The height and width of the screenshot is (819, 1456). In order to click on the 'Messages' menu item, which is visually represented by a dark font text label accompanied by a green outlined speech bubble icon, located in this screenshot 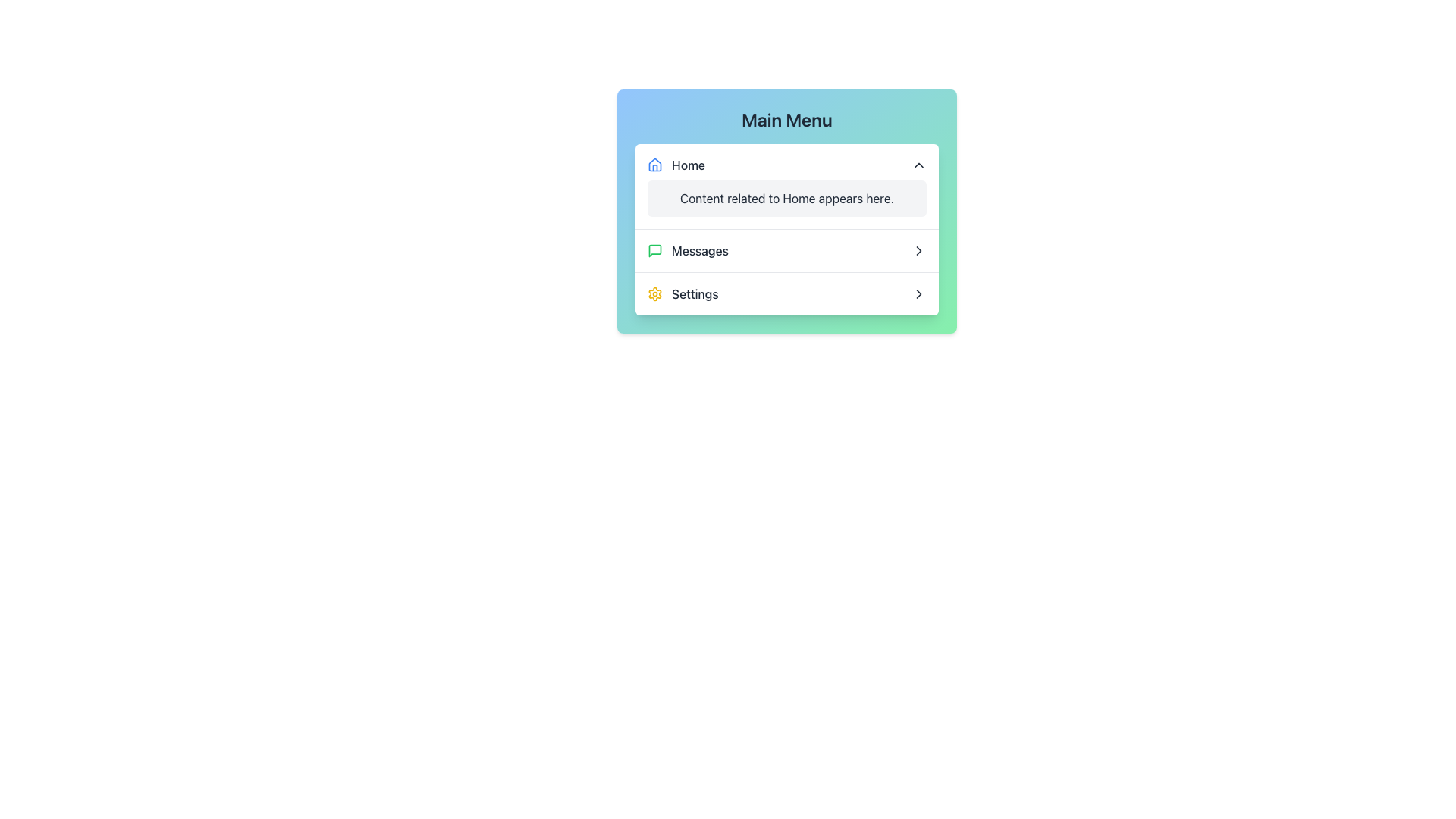, I will do `click(687, 250)`.